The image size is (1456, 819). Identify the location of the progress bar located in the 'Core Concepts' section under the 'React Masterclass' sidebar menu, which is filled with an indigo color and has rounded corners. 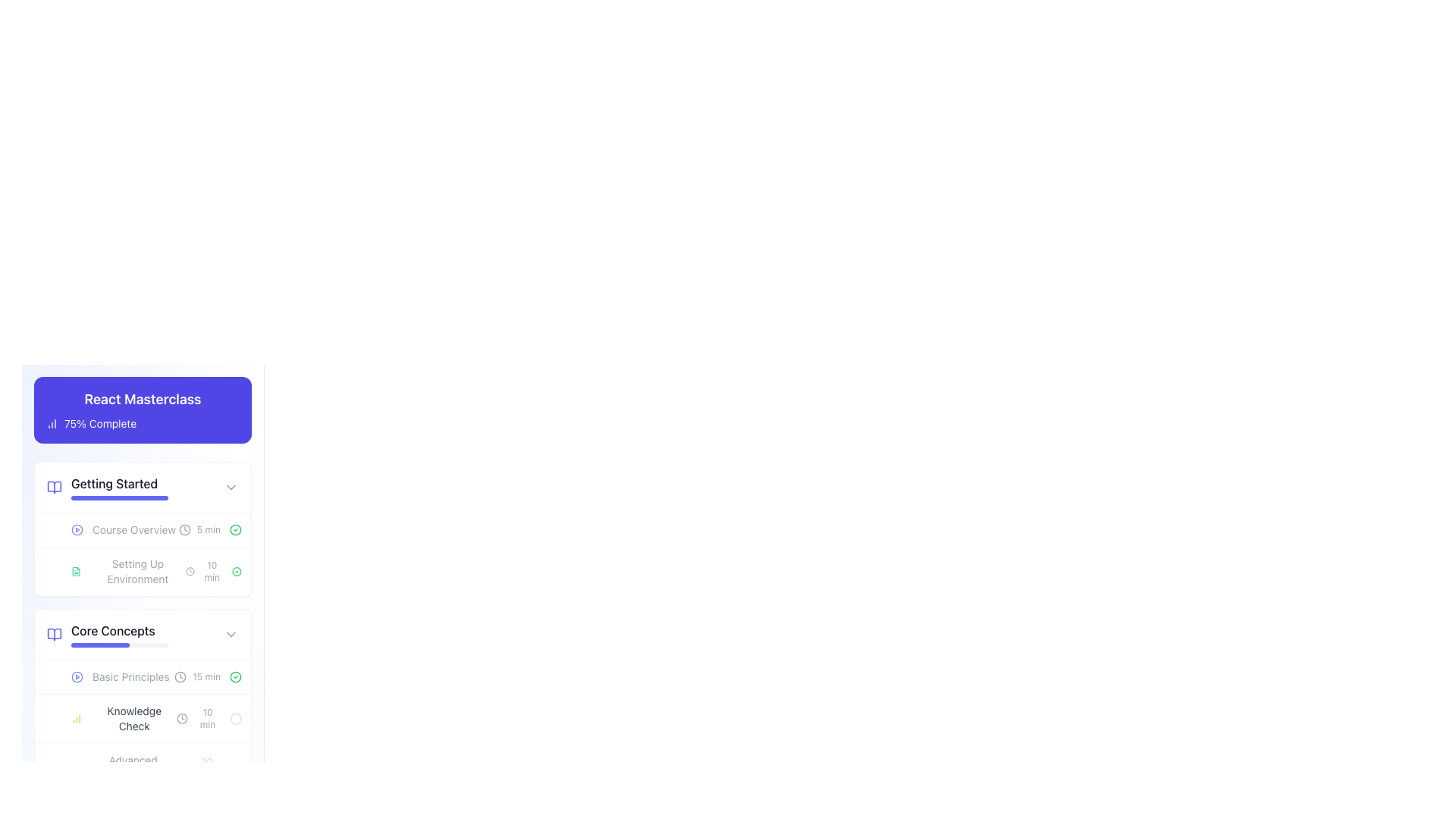
(99, 645).